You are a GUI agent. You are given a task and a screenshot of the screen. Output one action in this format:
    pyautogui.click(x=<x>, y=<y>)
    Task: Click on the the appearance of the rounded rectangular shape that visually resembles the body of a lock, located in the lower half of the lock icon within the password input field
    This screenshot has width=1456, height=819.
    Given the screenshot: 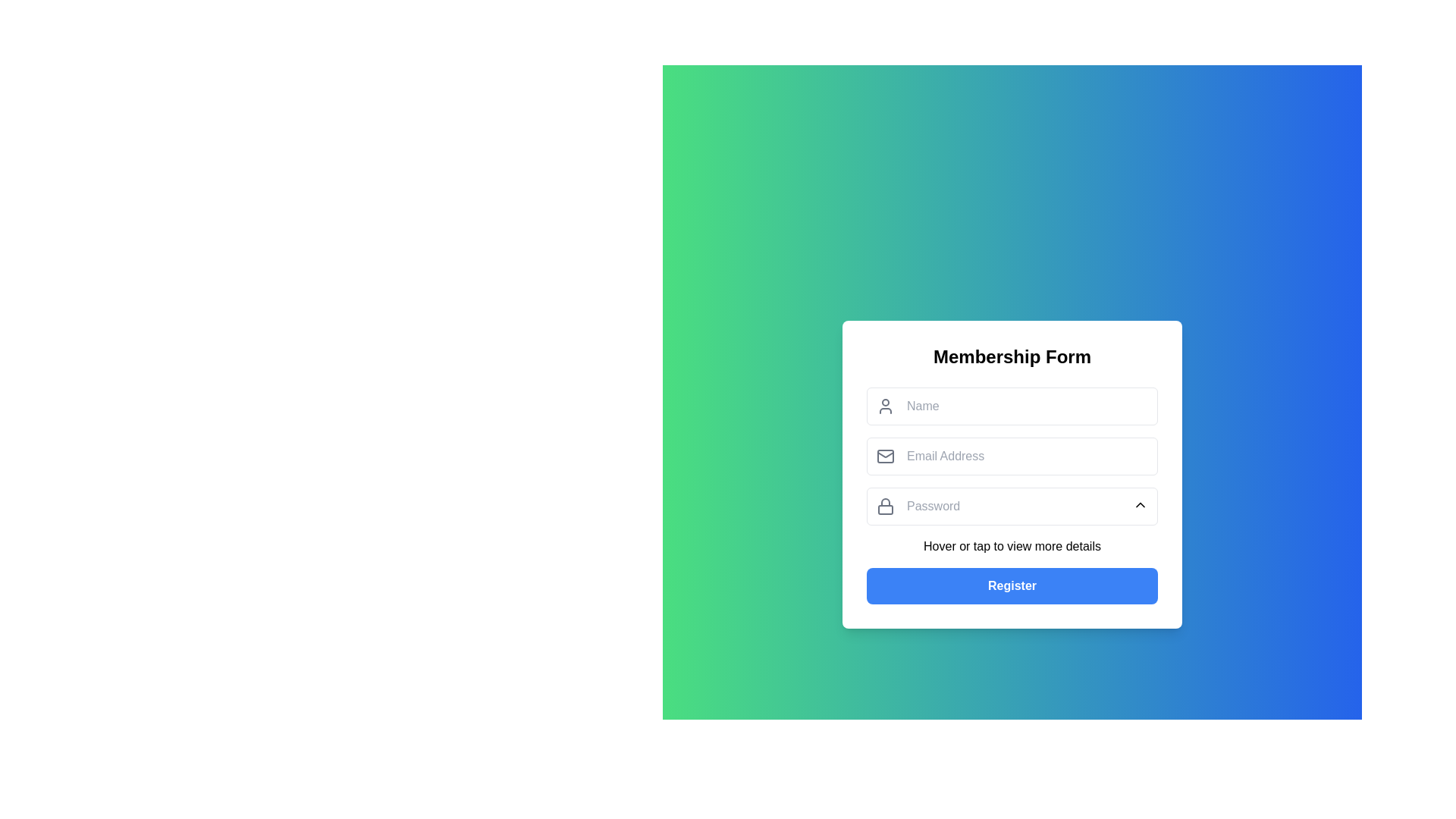 What is the action you would take?
    pyautogui.click(x=885, y=510)
    